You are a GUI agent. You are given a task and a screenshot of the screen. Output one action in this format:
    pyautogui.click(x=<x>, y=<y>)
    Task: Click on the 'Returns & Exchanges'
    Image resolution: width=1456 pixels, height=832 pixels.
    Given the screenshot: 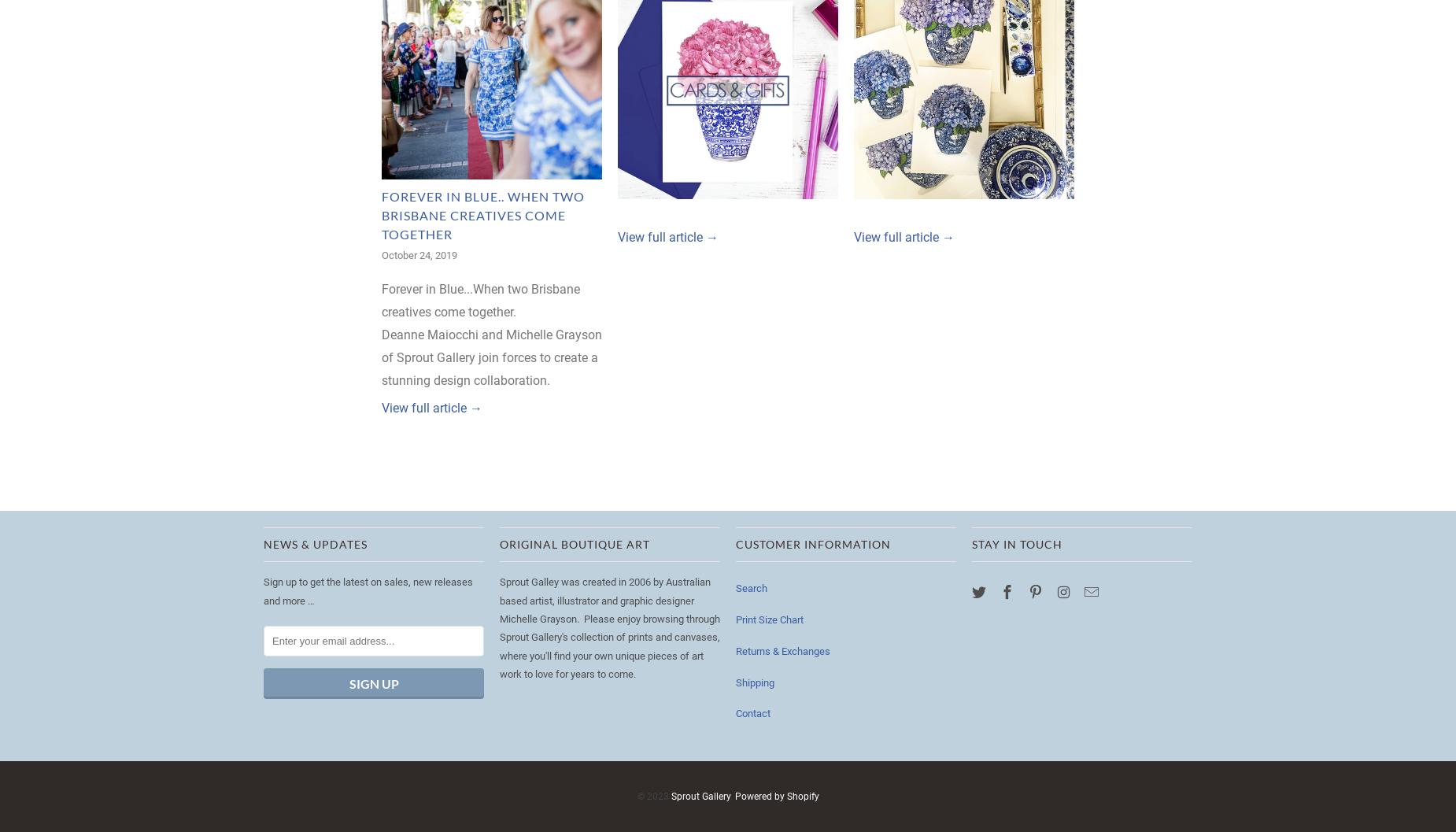 What is the action you would take?
    pyautogui.click(x=782, y=650)
    